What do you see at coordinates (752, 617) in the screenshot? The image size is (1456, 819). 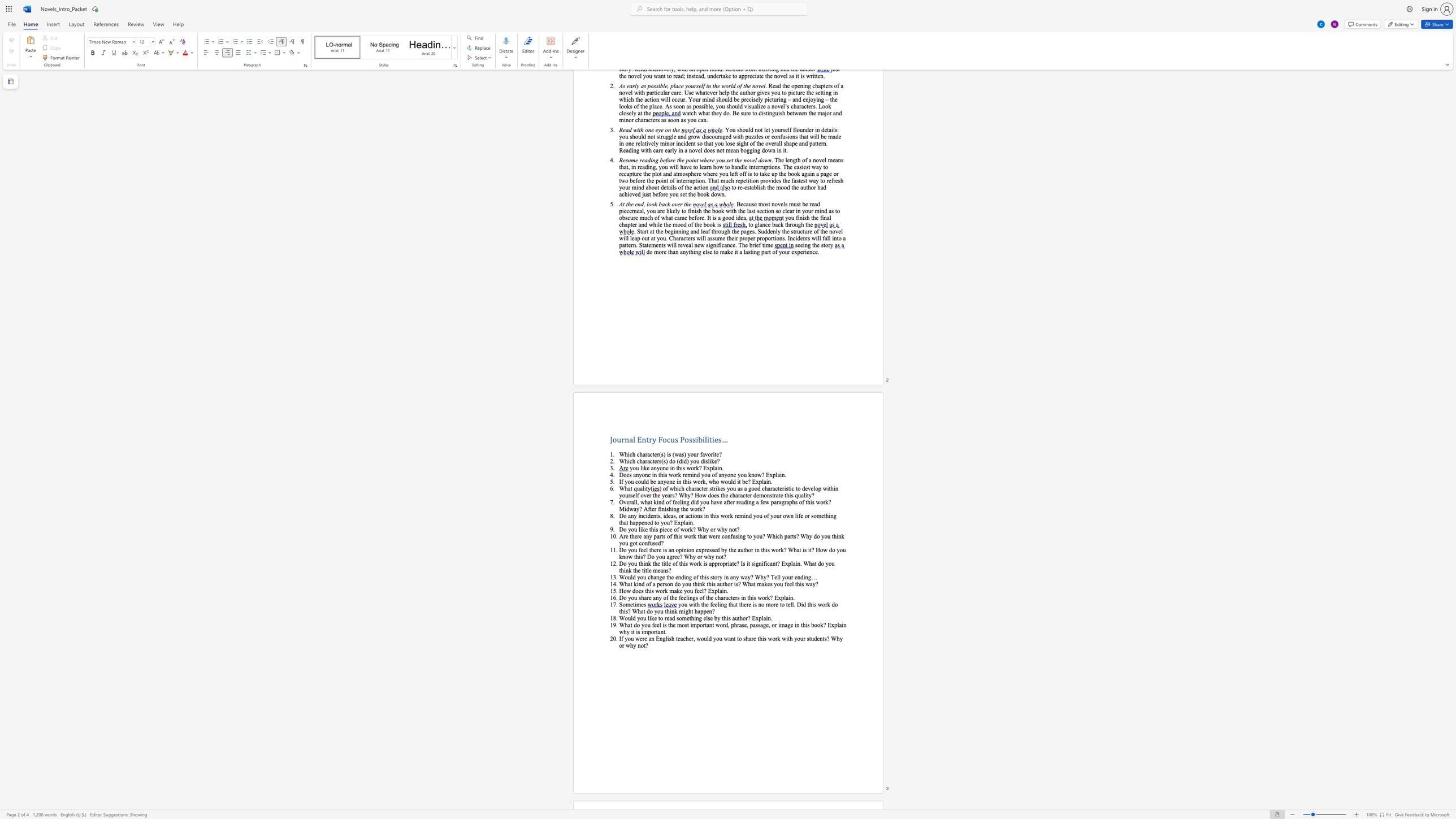 I see `the subset text "Ex" within the text "Would you like to read something else by this author? Explain."` at bounding box center [752, 617].